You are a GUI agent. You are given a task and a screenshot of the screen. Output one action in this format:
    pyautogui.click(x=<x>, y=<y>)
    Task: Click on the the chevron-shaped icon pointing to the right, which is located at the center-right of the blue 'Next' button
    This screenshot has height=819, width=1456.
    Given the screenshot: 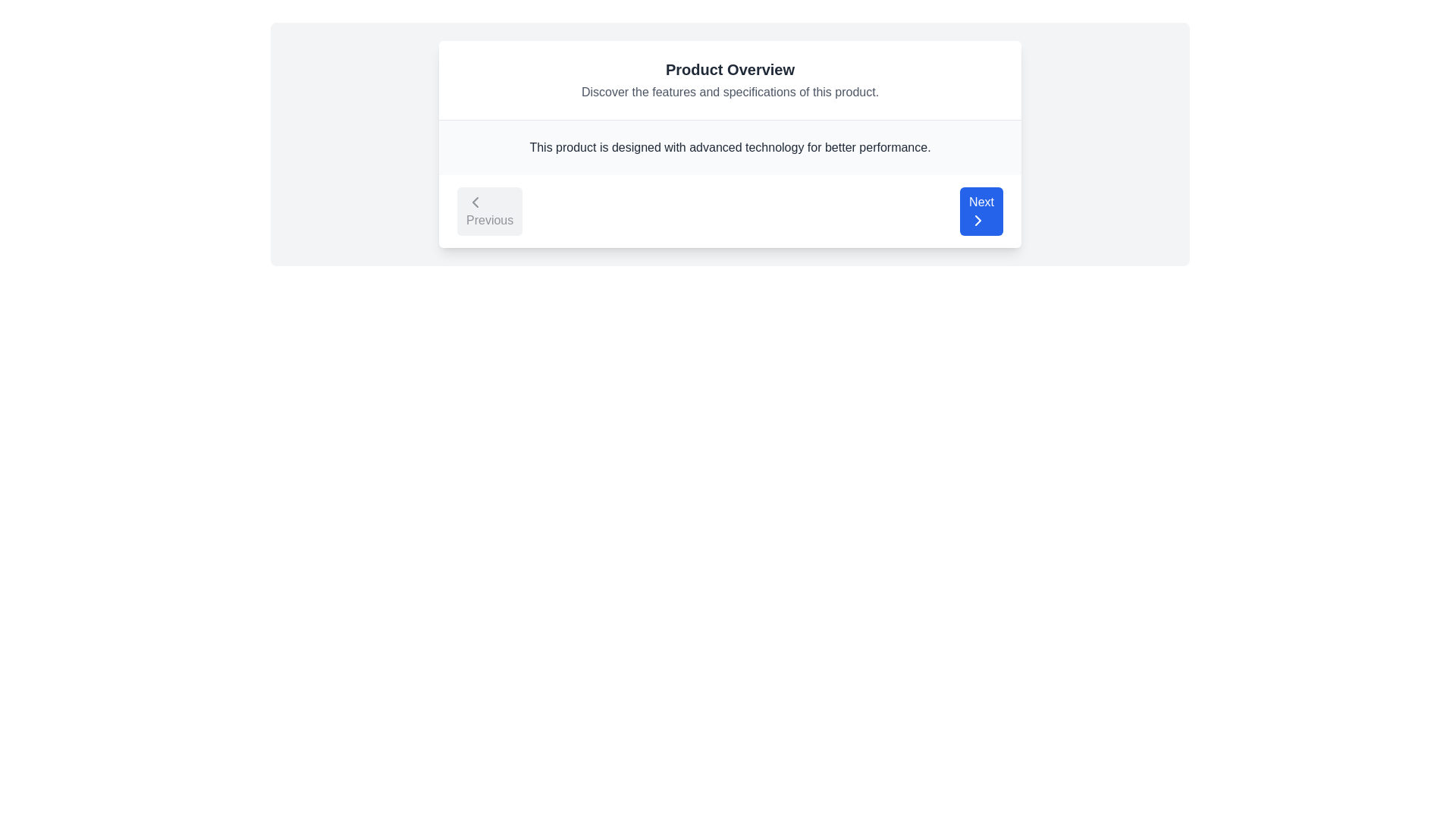 What is the action you would take?
    pyautogui.click(x=978, y=220)
    